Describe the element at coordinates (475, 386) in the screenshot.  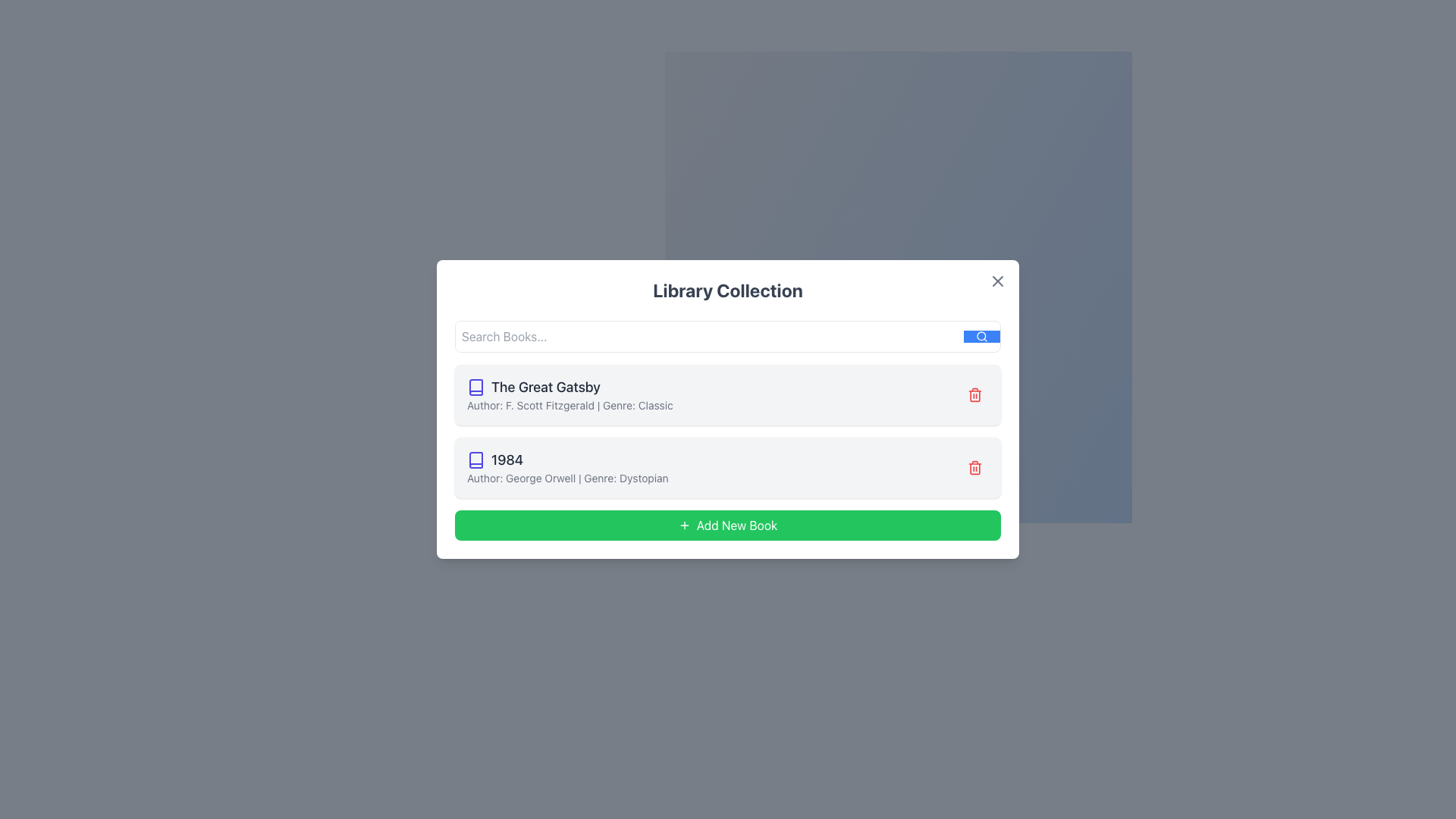
I see `the SVG Icon that visually indicates the book 'The Great Gatsby', located to the far left of the list item` at that location.